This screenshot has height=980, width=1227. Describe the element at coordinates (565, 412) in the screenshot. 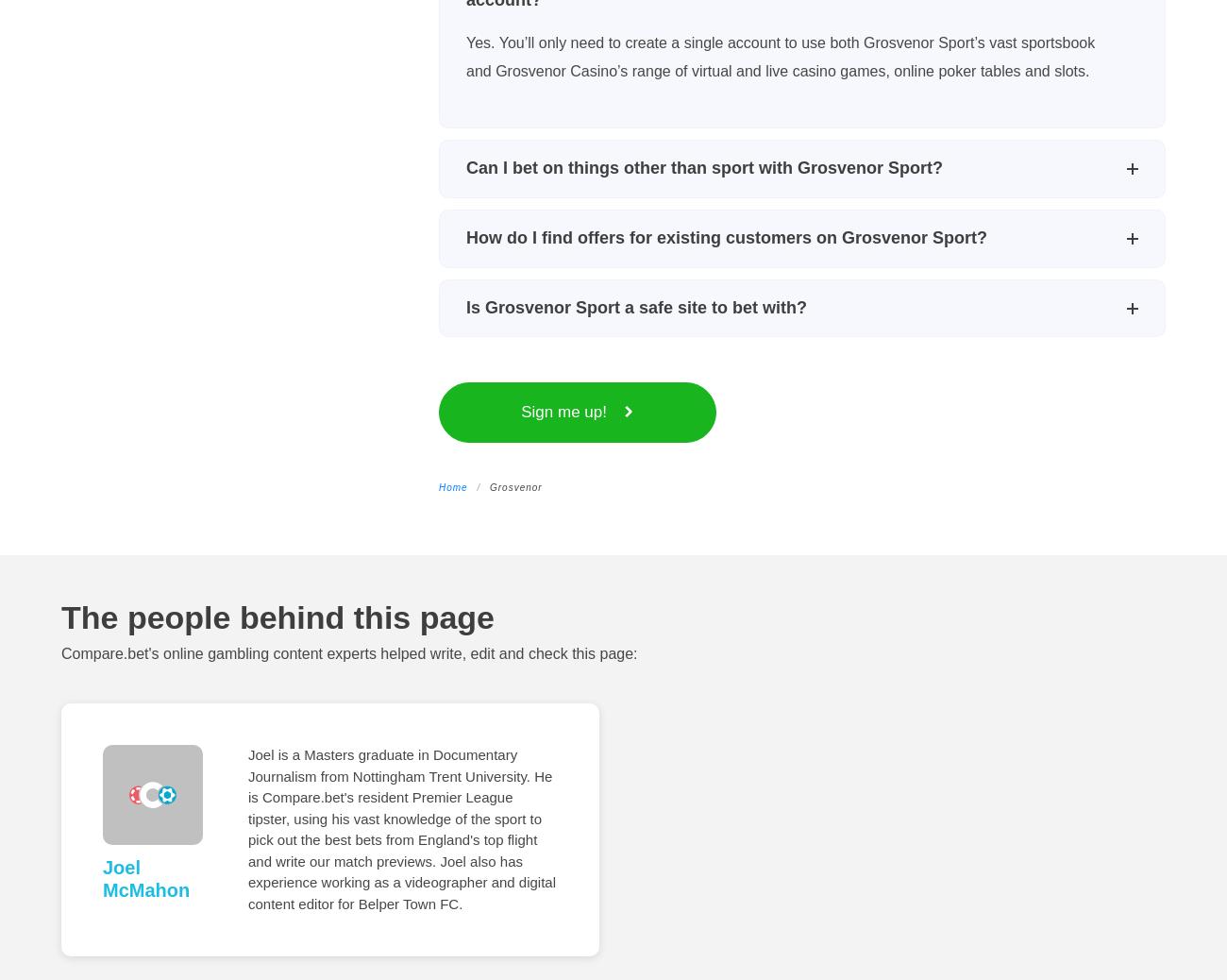

I see `'Sign me up!'` at that location.